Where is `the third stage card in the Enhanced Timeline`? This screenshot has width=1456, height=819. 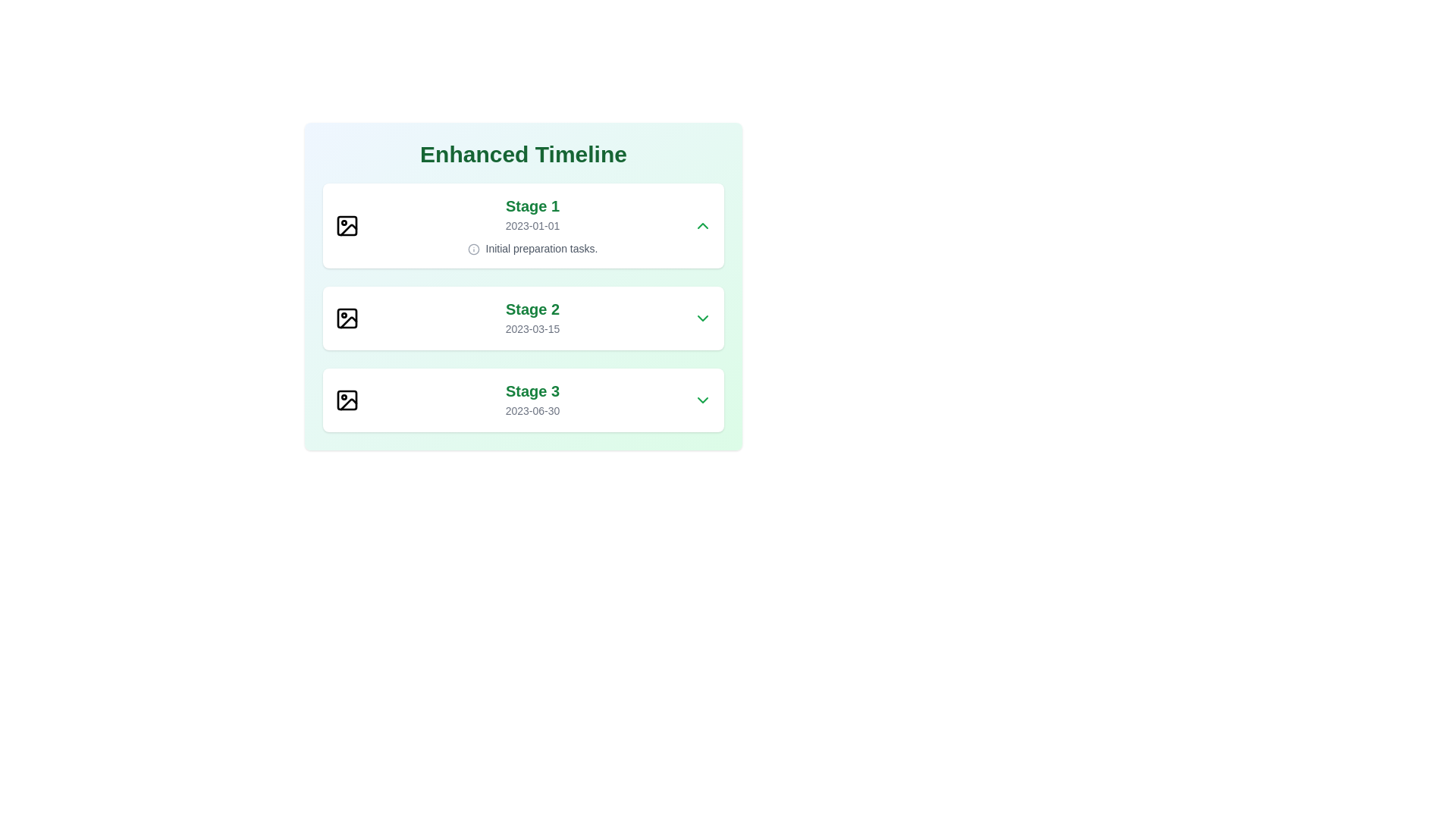 the third stage card in the Enhanced Timeline is located at coordinates (523, 400).